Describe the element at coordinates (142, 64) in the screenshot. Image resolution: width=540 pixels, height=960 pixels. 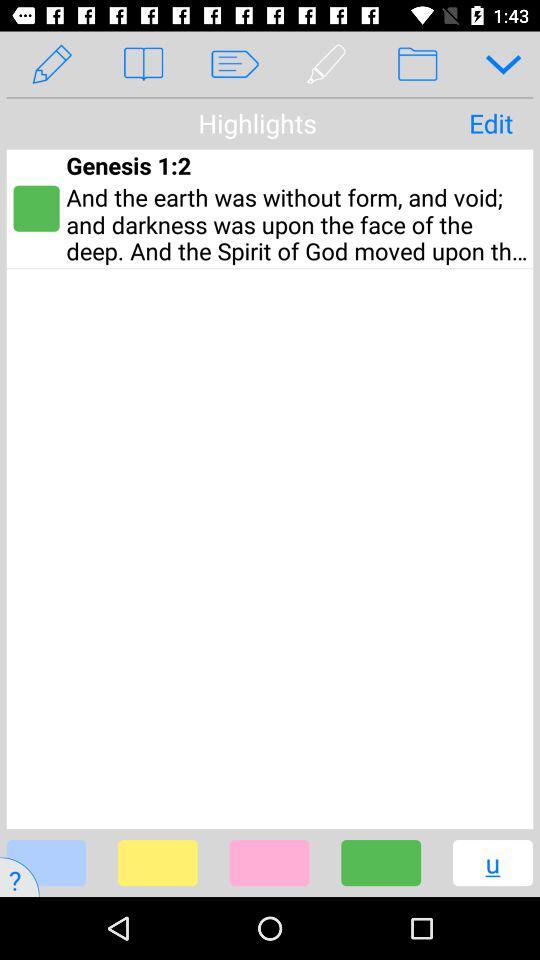
I see `the book icon` at that location.